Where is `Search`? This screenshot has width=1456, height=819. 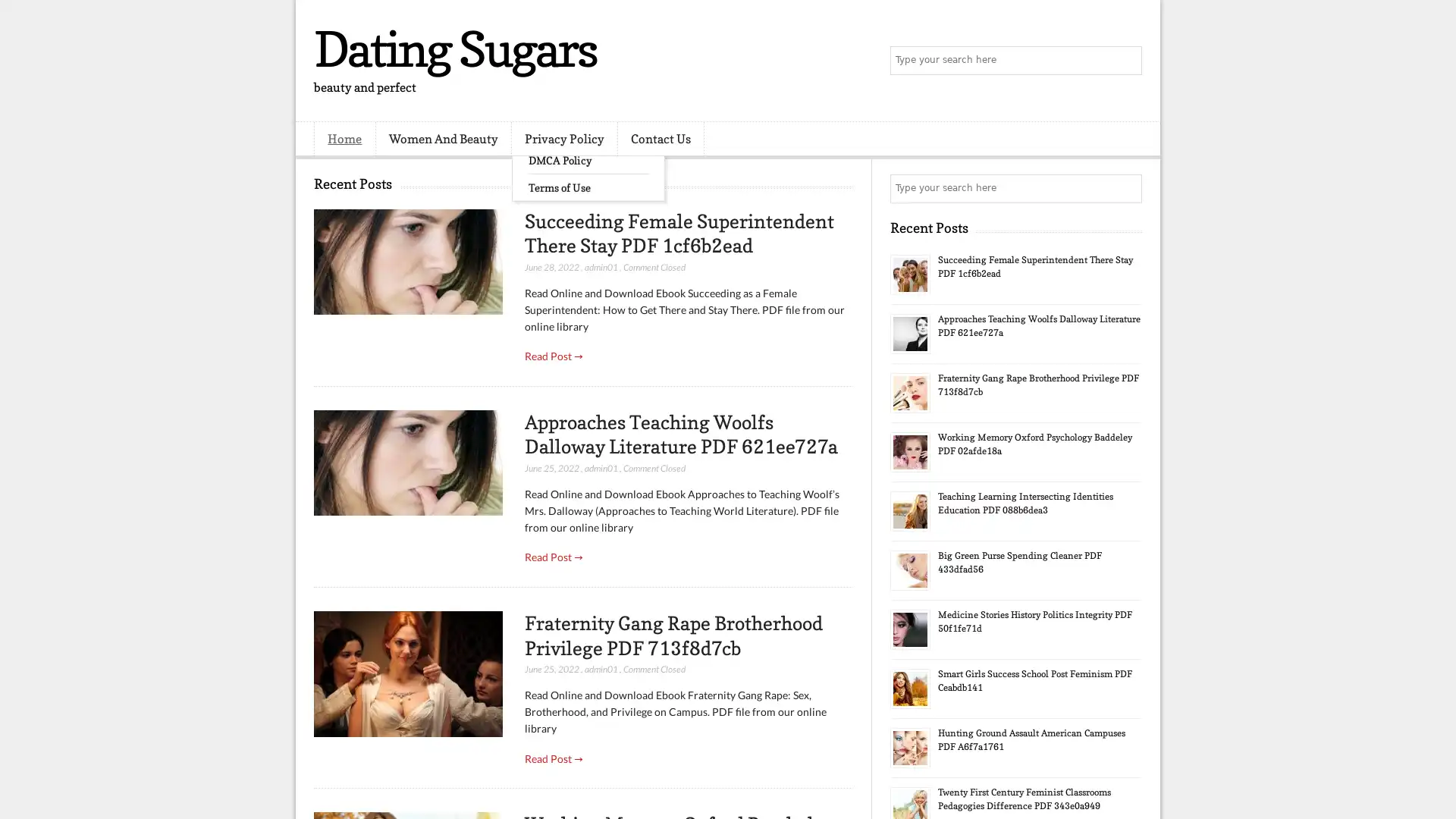 Search is located at coordinates (1126, 188).